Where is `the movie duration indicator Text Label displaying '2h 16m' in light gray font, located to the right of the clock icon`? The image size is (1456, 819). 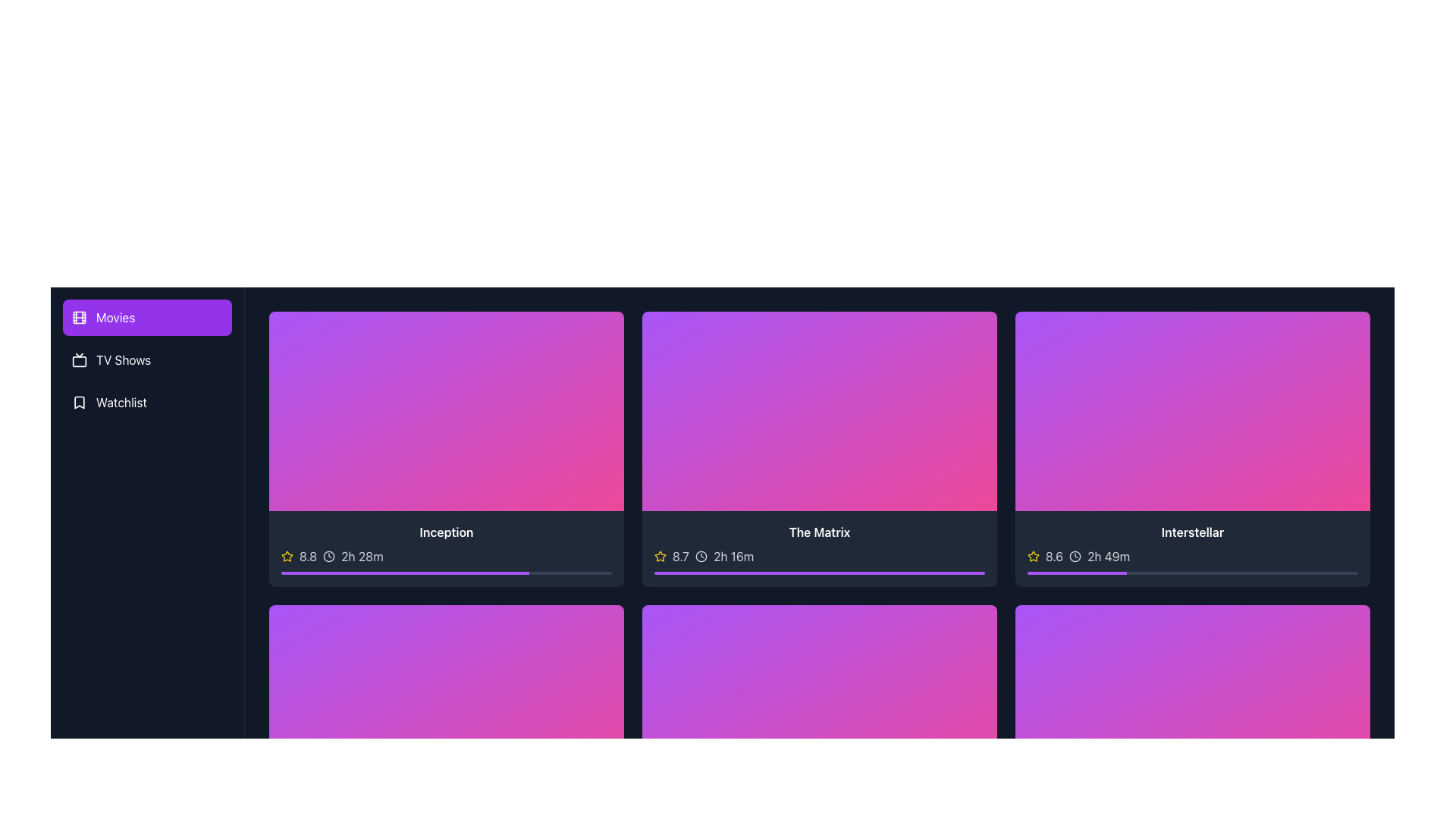
the movie duration indicator Text Label displaying '2h 16m' in light gray font, located to the right of the clock icon is located at coordinates (733, 557).